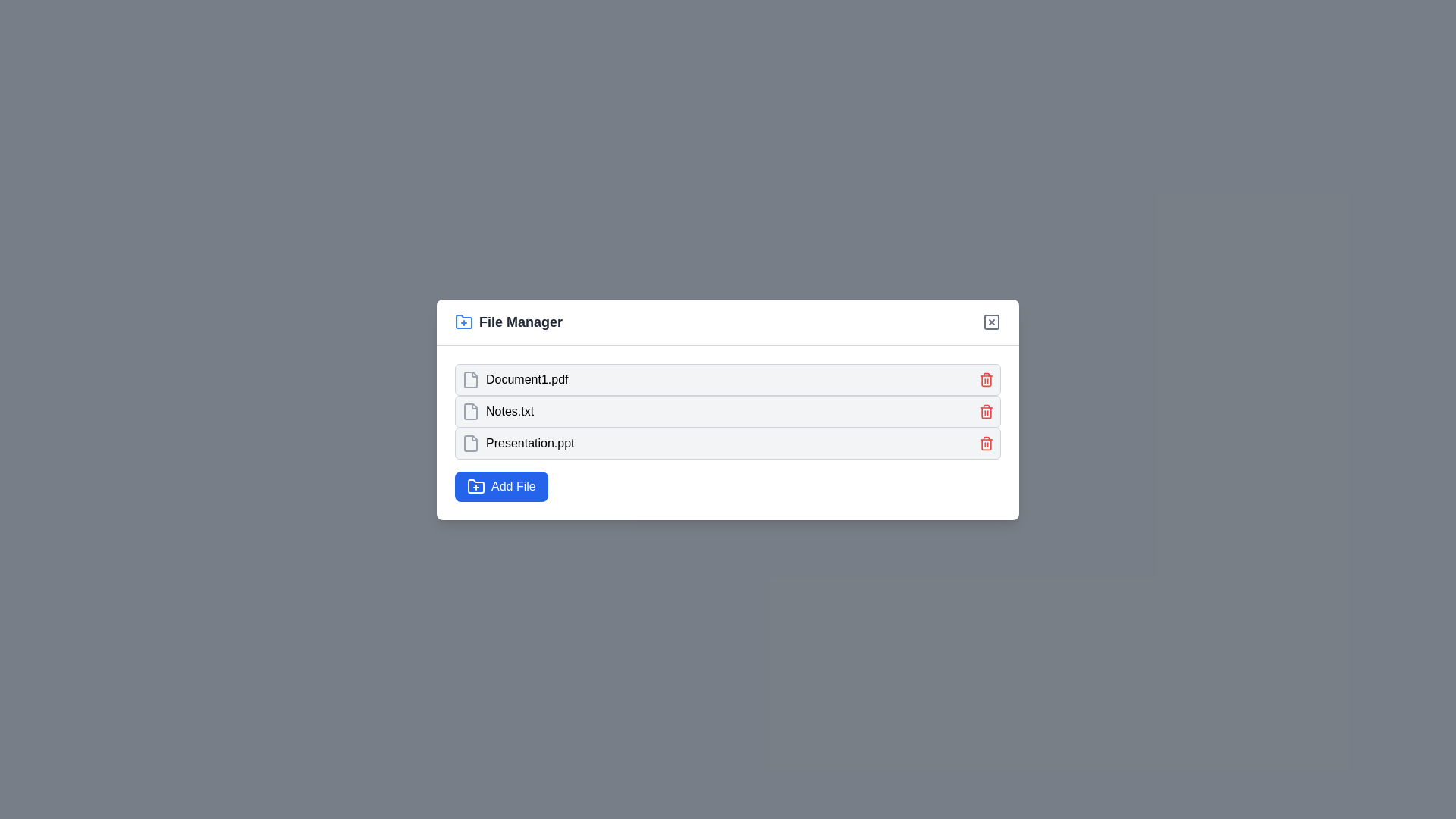  What do you see at coordinates (513, 486) in the screenshot?
I see `the button labeled with an icon` at bounding box center [513, 486].